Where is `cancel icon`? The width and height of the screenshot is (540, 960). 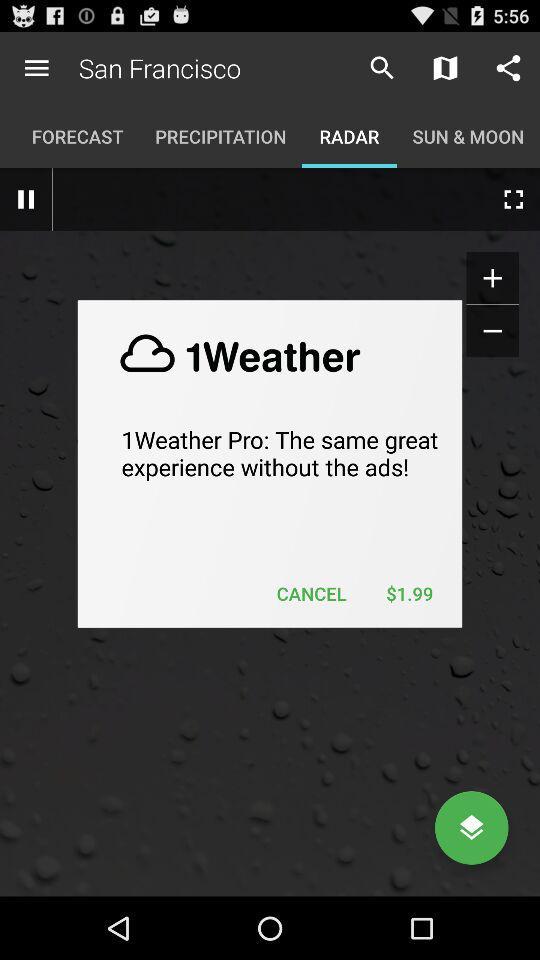
cancel icon is located at coordinates (311, 593).